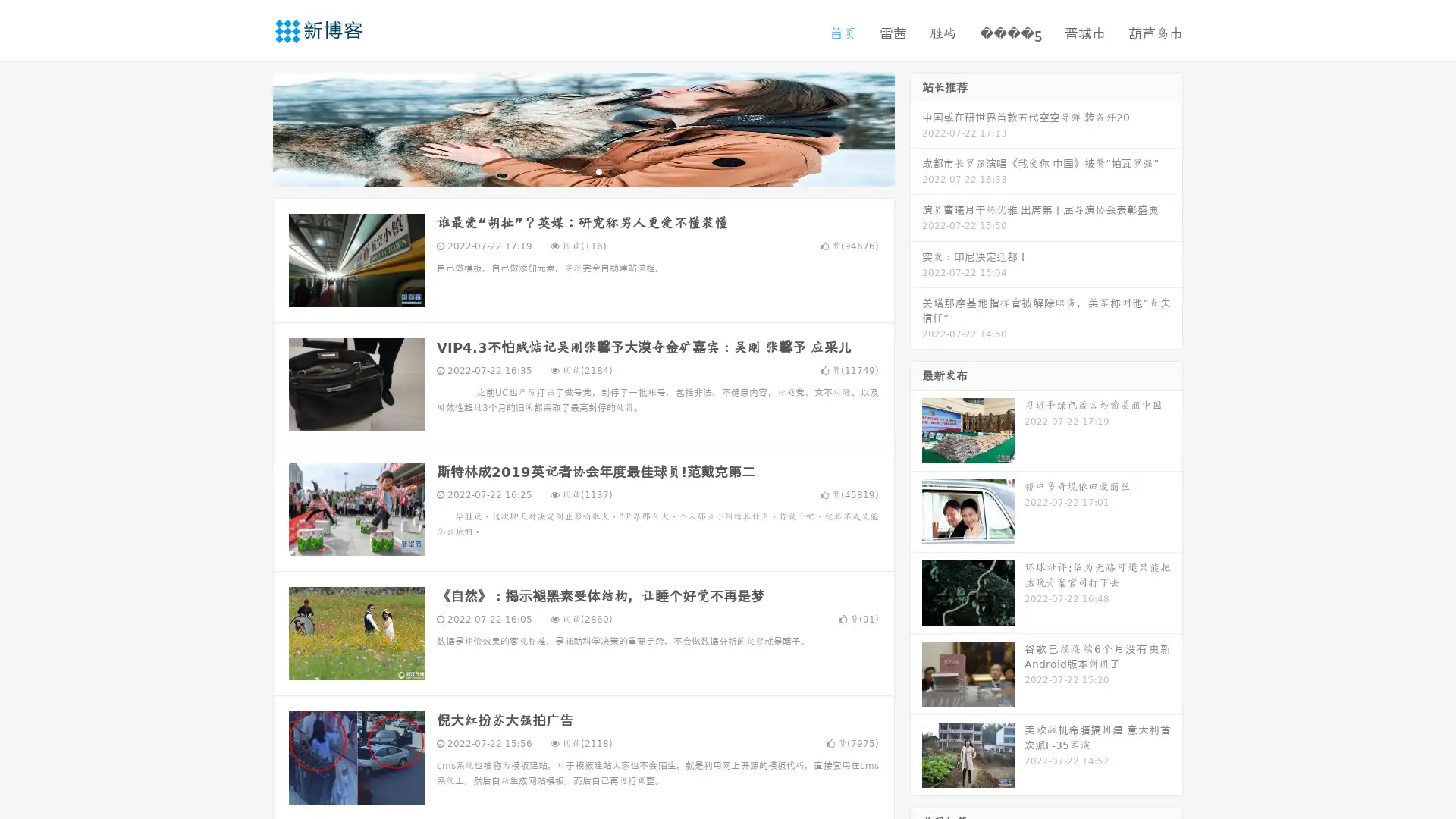 The height and width of the screenshot is (819, 1456). Describe the element at coordinates (916, 127) in the screenshot. I see `Next slide` at that location.